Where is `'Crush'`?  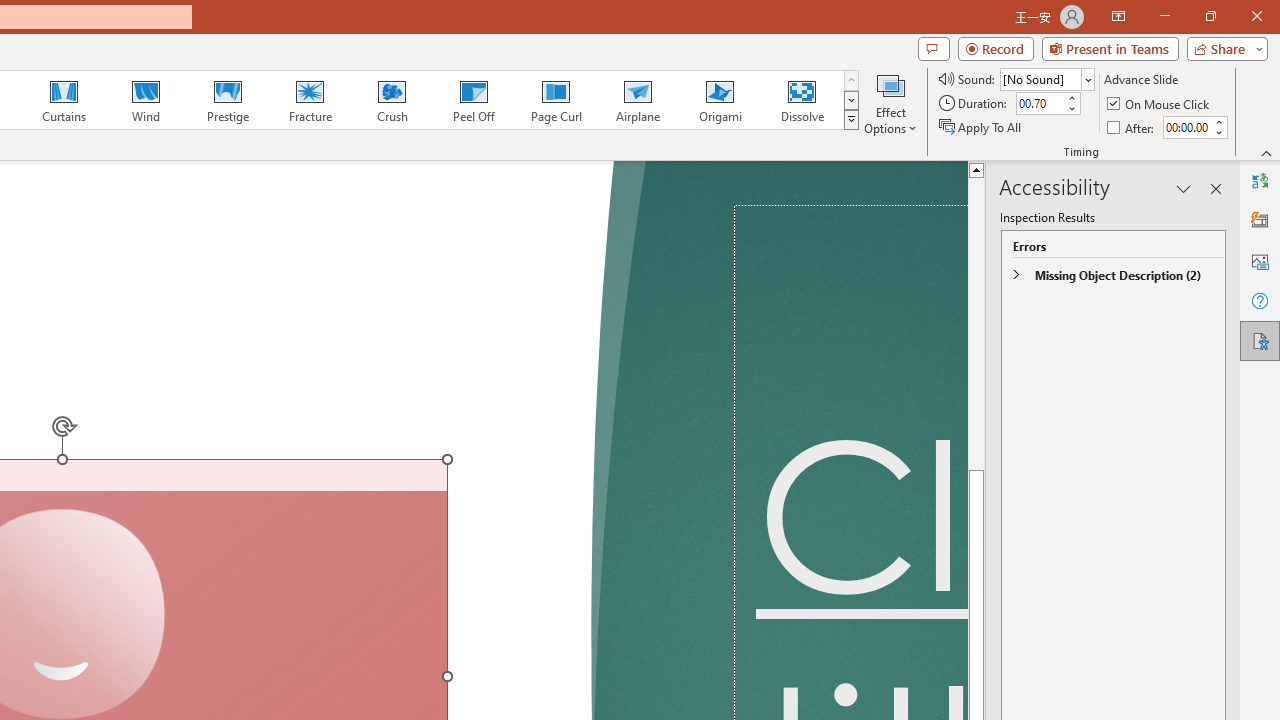 'Crush' is located at coordinates (391, 100).